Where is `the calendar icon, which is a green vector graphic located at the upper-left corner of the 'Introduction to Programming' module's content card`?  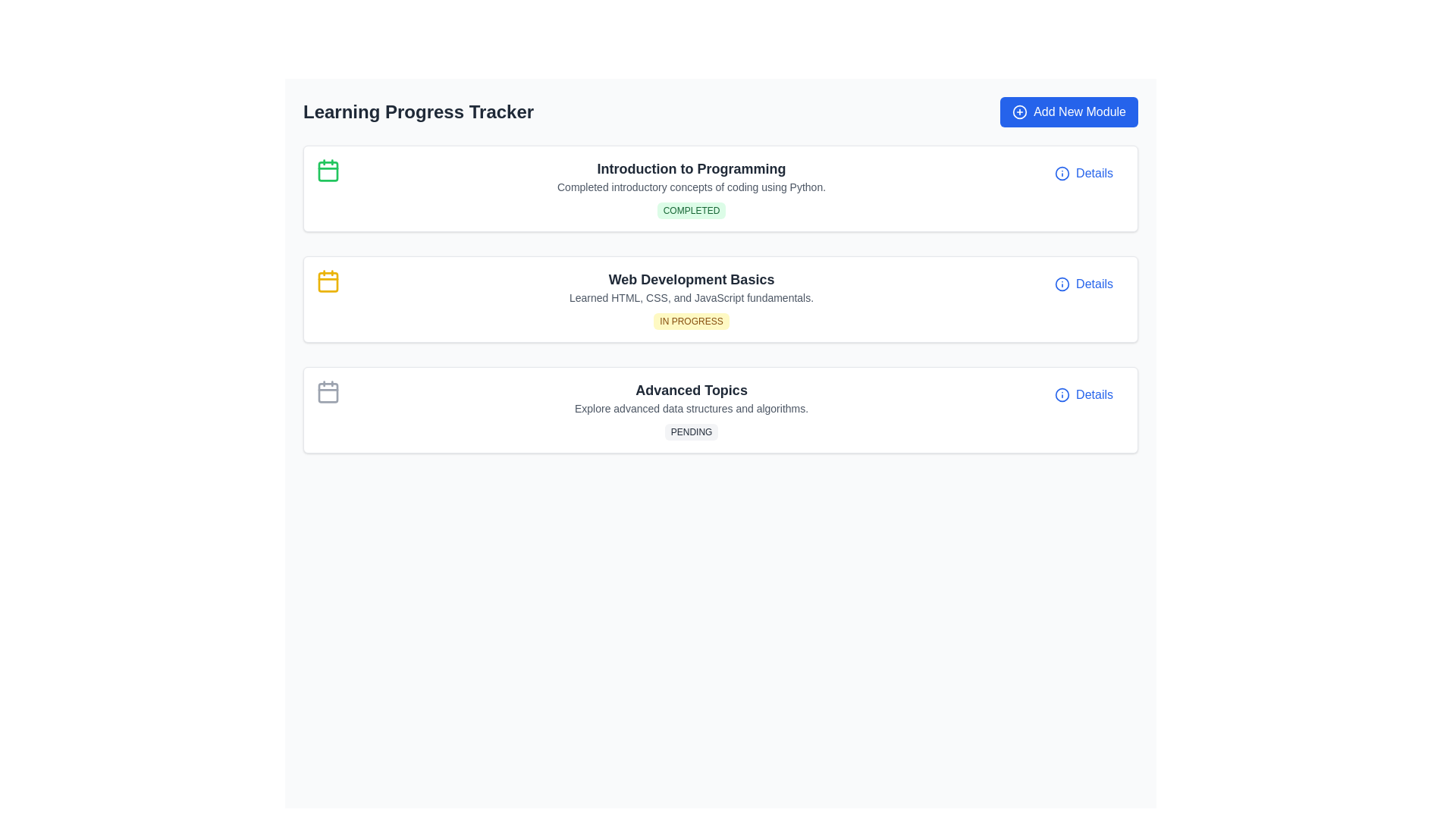
the calendar icon, which is a green vector graphic located at the upper-left corner of the 'Introduction to Programming' module's content card is located at coordinates (327, 170).